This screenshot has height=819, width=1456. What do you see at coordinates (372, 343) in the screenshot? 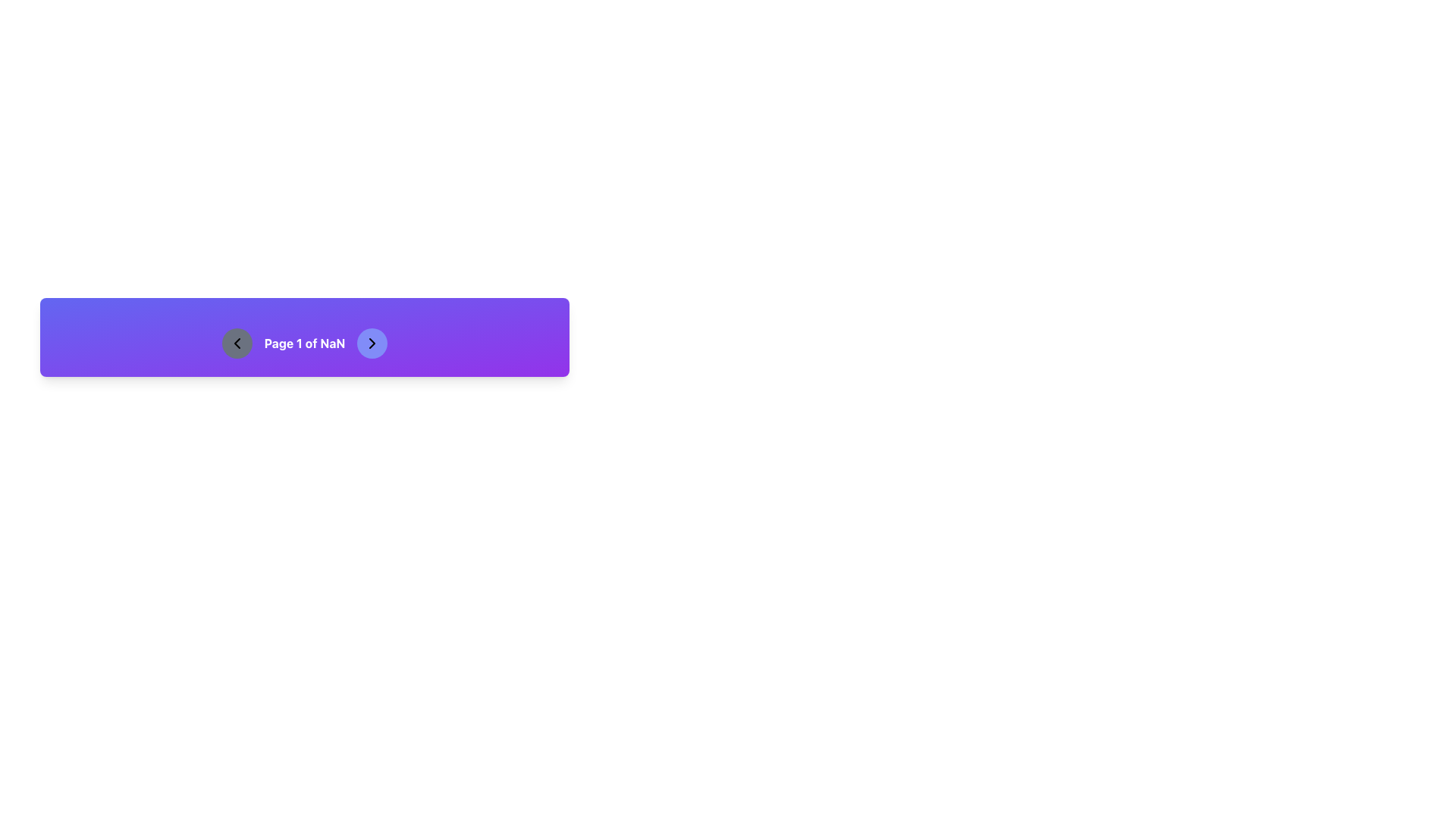
I see `the navigation button located to the right of the 'Page 1 of NaN' text by performing keyboard navigation` at bounding box center [372, 343].